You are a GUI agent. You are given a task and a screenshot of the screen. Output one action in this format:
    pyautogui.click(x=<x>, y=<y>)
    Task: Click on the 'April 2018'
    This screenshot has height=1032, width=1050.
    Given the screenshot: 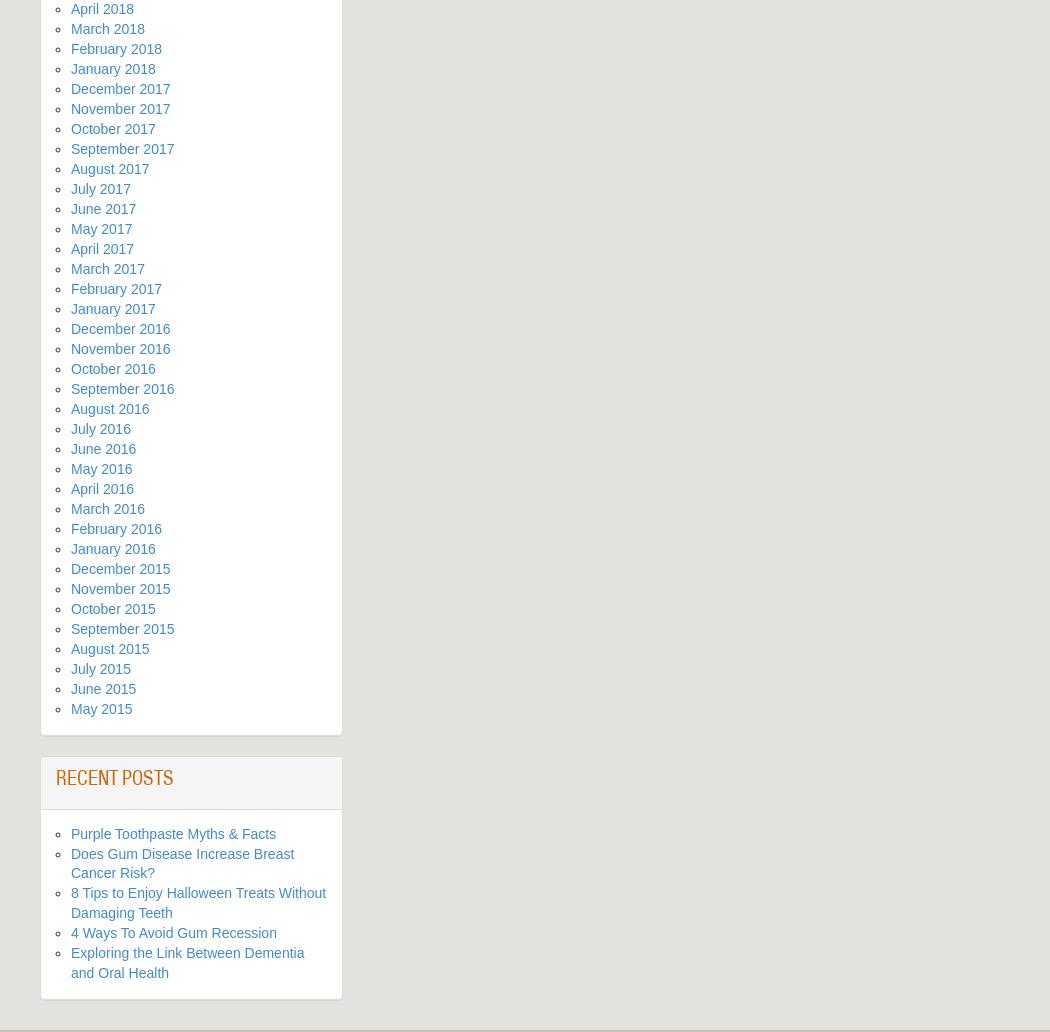 What is the action you would take?
    pyautogui.click(x=102, y=8)
    